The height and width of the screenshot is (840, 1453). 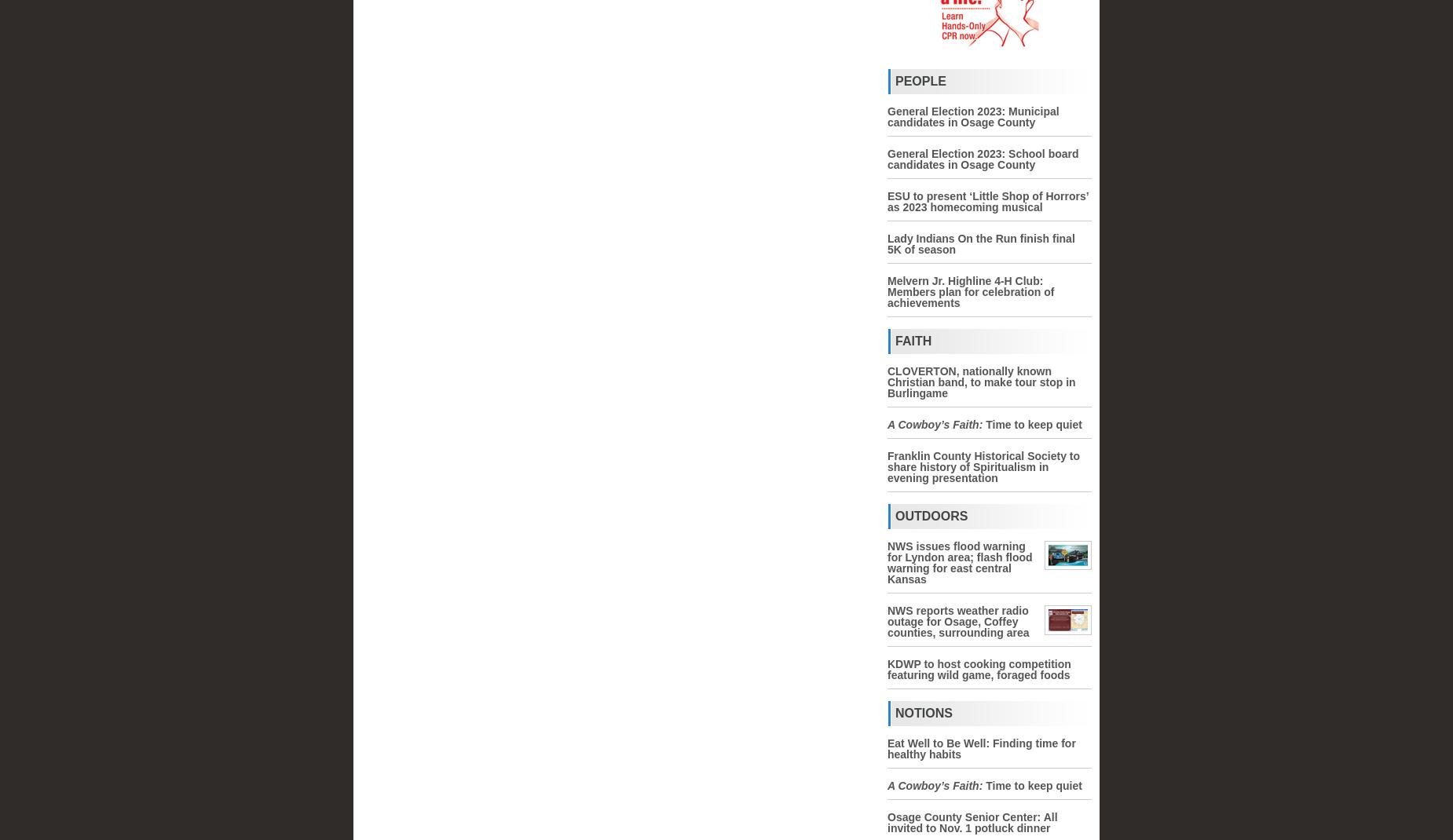 What do you see at coordinates (982, 158) in the screenshot?
I see `'General Election 2023: School board candidates in Osage County'` at bounding box center [982, 158].